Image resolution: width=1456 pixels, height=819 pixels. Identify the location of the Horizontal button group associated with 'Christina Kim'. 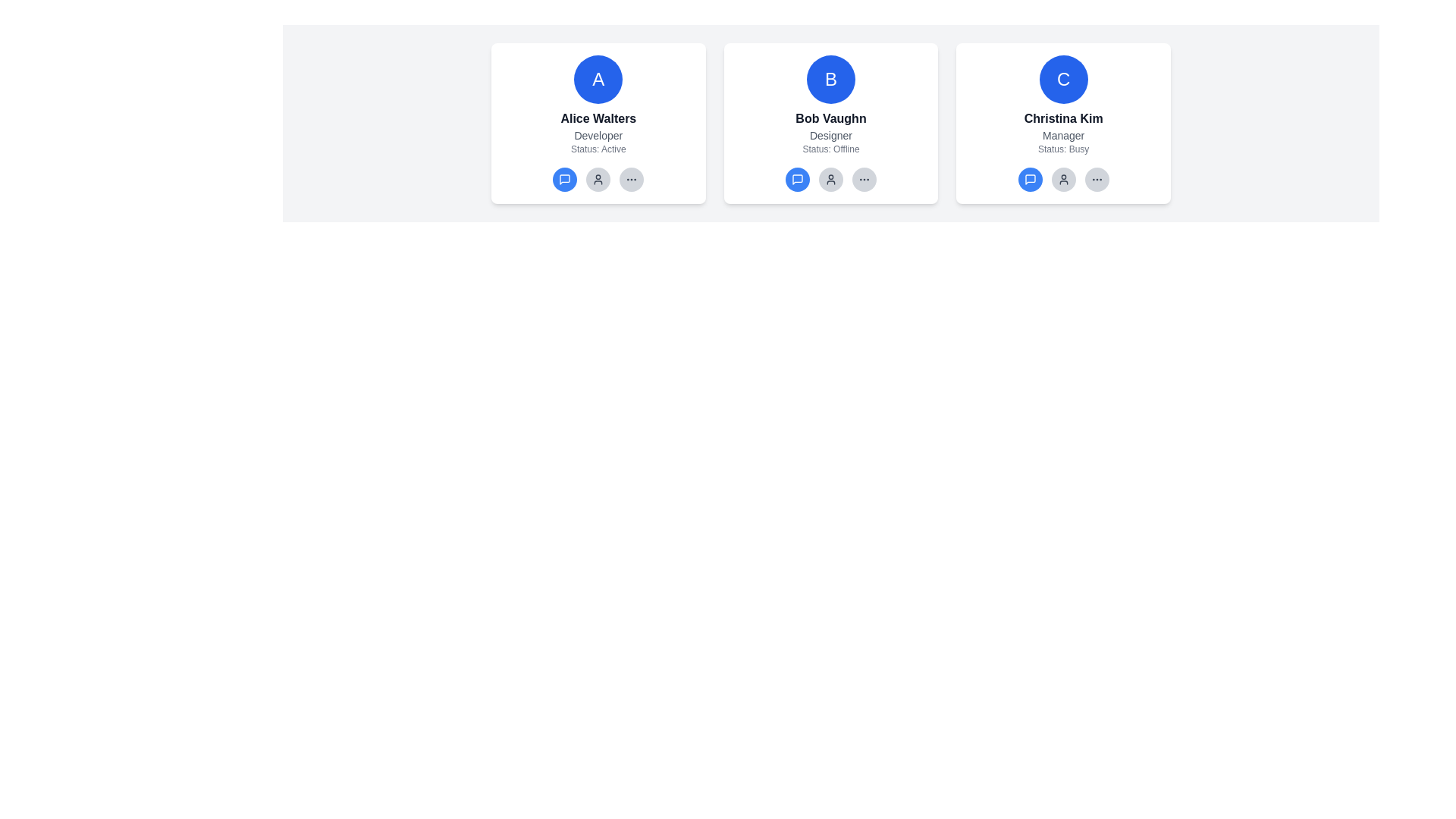
(1062, 178).